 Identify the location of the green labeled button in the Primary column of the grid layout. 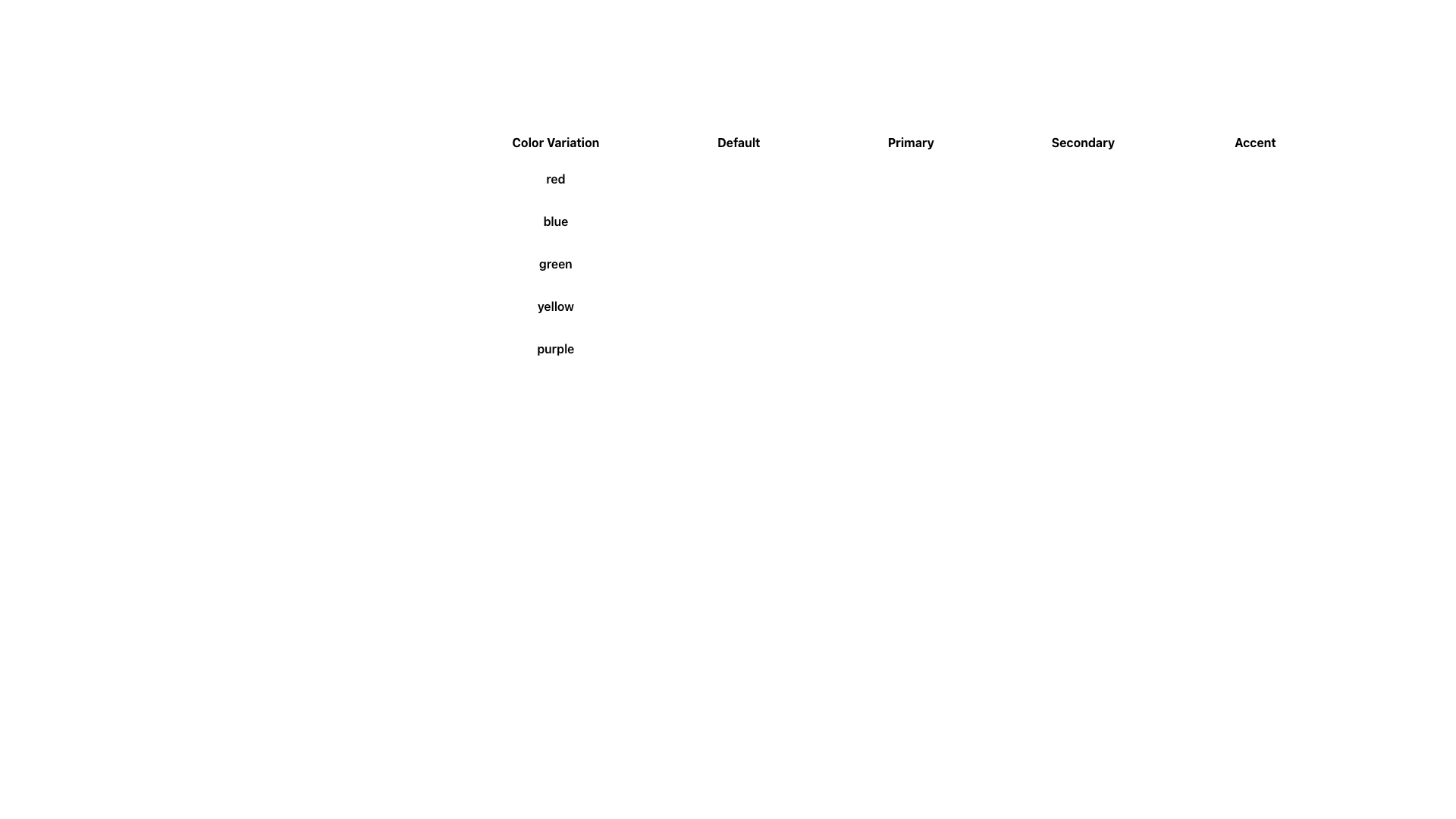
(872, 262).